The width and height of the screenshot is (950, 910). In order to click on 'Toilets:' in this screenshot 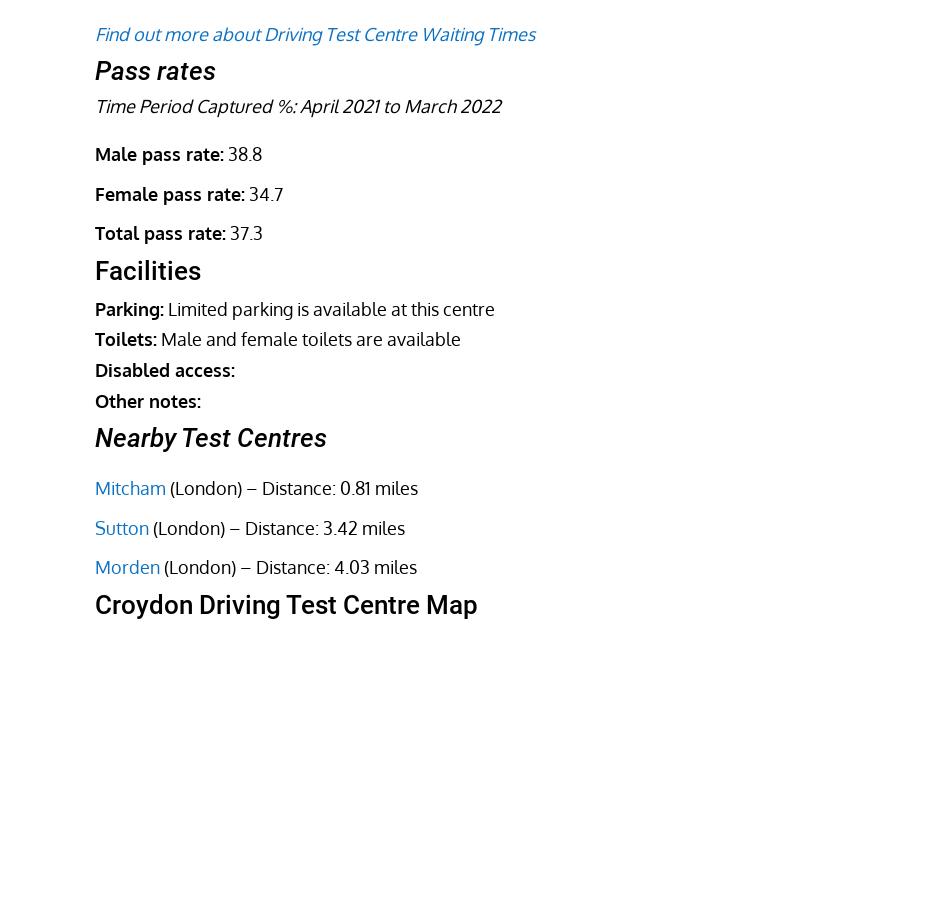, I will do `click(125, 337)`.